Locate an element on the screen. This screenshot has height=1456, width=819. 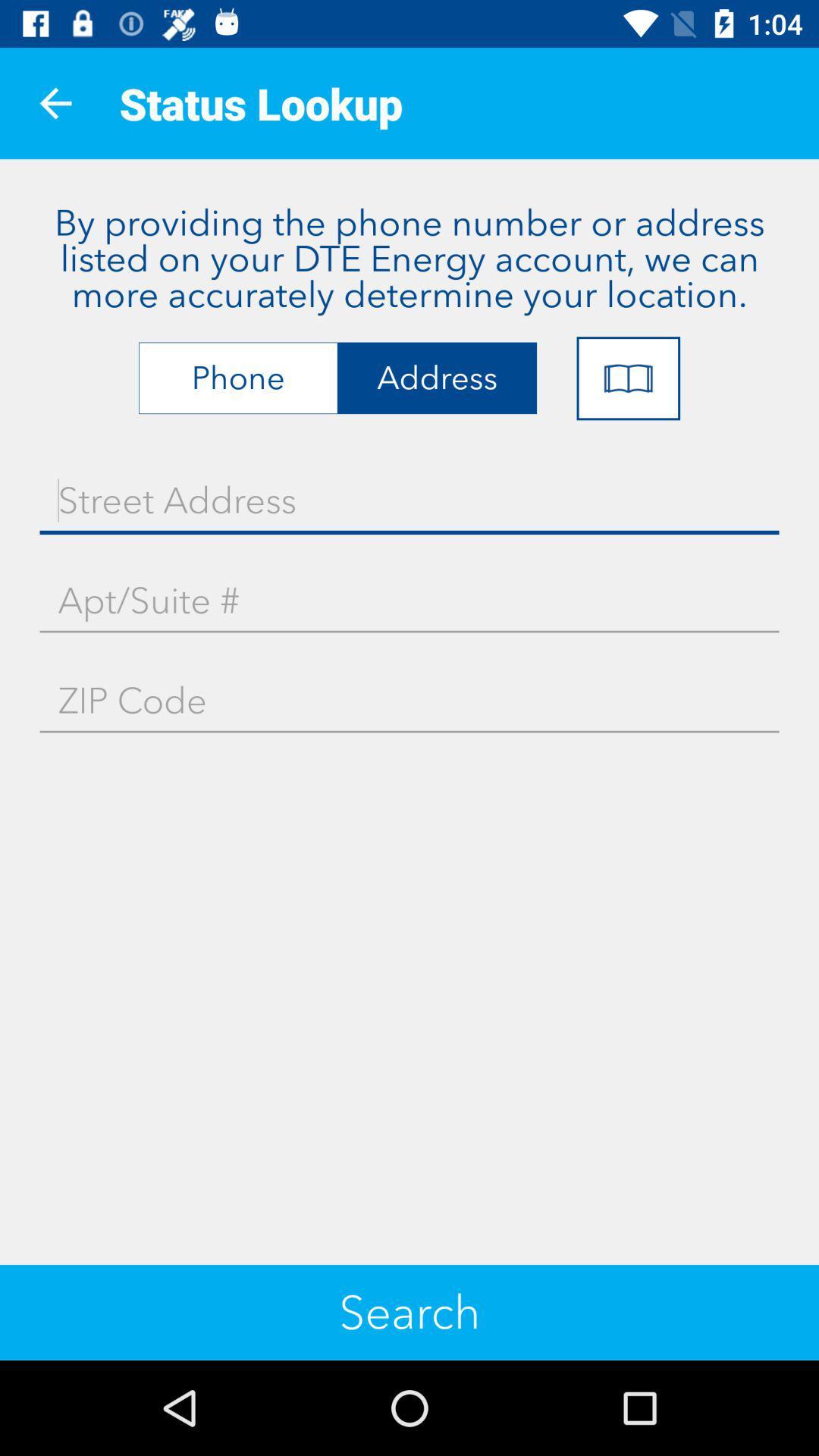
app to the left of the status lookup is located at coordinates (55, 102).